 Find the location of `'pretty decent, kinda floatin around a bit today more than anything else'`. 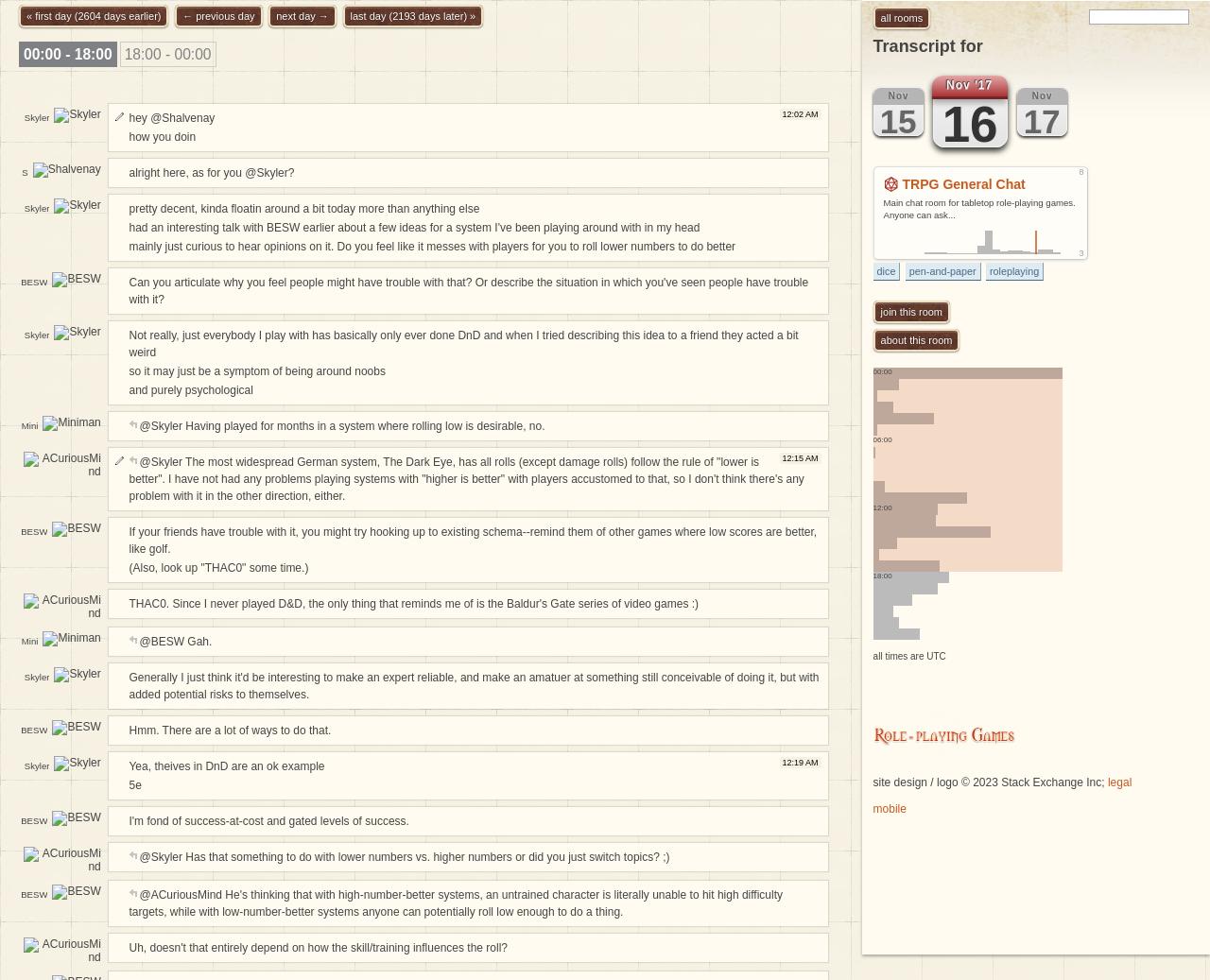

'pretty decent, kinda floatin around a bit today more than anything else' is located at coordinates (303, 207).